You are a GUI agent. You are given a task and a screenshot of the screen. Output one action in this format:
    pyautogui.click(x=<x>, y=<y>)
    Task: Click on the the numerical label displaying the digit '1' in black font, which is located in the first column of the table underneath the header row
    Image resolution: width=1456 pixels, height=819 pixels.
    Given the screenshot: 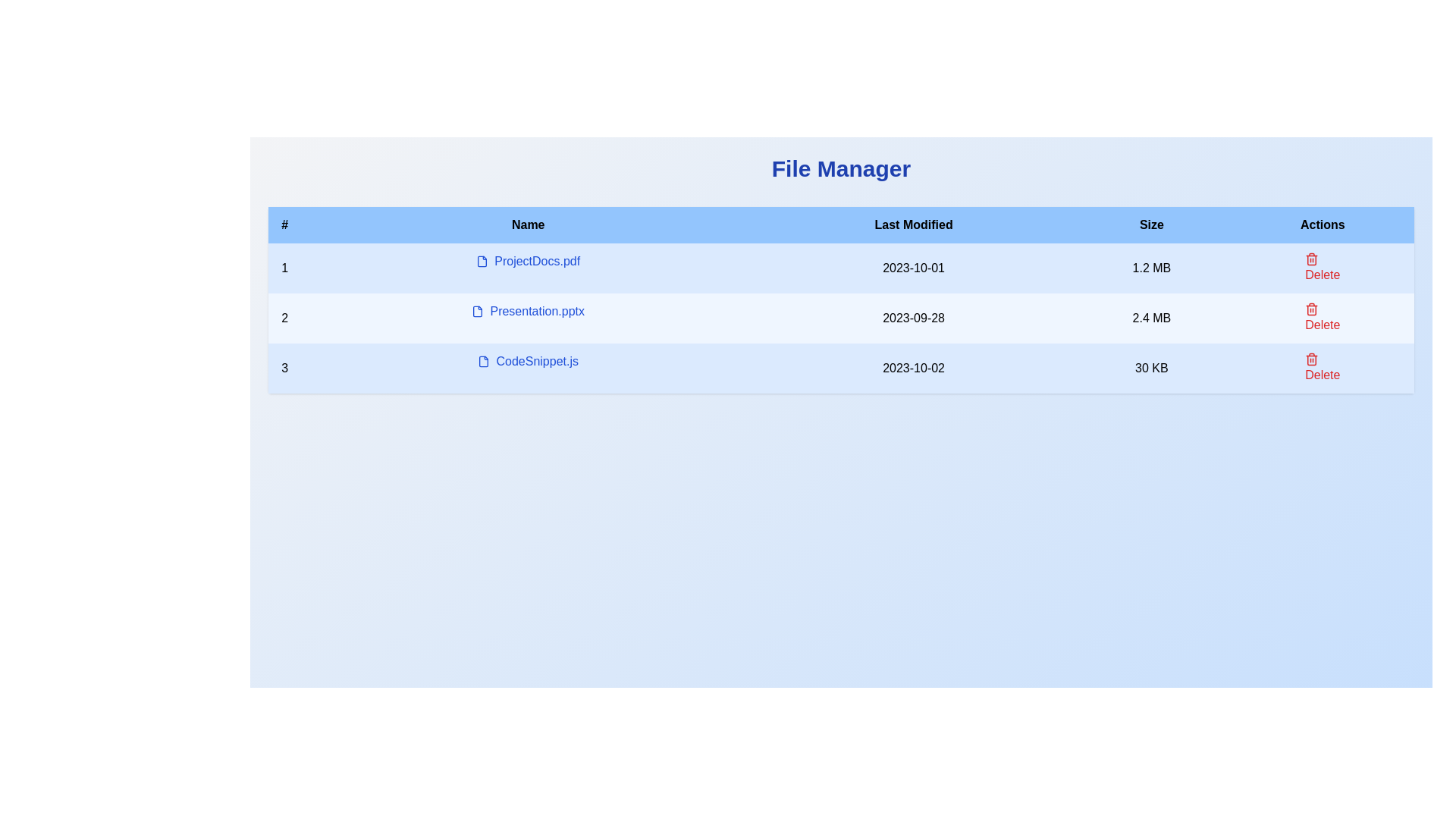 What is the action you would take?
    pyautogui.click(x=284, y=268)
    